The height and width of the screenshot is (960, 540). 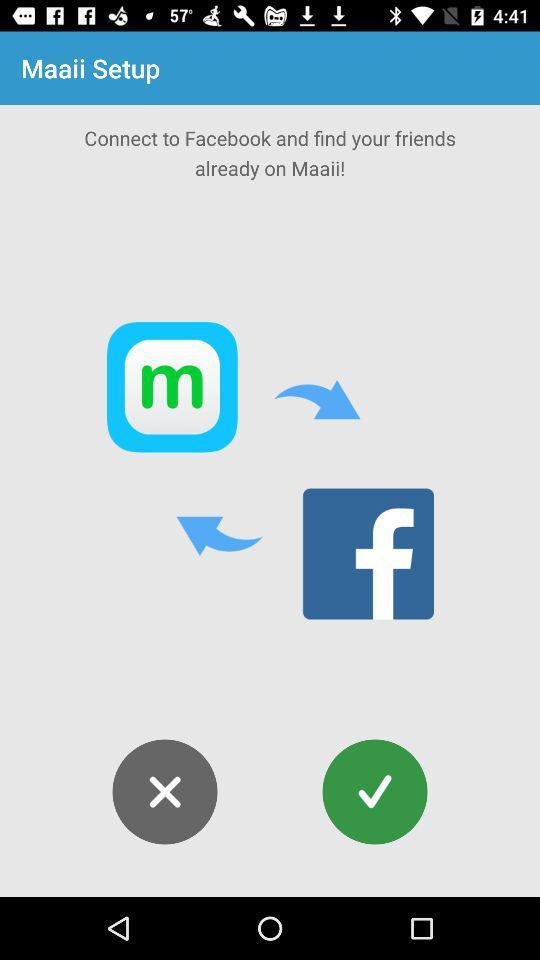 I want to click on the close icon, so click(x=164, y=792).